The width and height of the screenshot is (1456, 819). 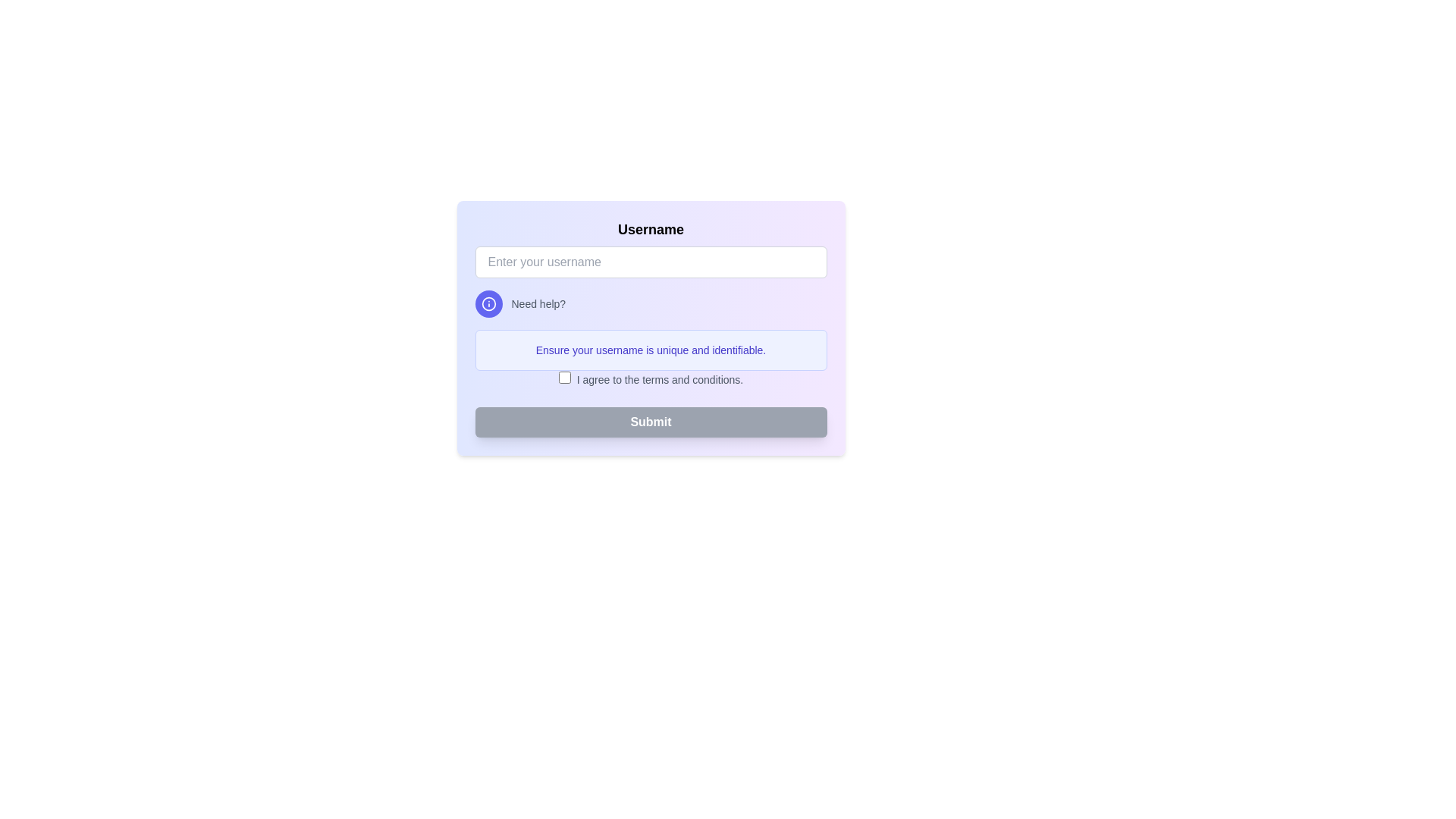 What do you see at coordinates (488, 304) in the screenshot?
I see `the circular outline of the SVG icon located left of the 'Need help?' text within the form card` at bounding box center [488, 304].